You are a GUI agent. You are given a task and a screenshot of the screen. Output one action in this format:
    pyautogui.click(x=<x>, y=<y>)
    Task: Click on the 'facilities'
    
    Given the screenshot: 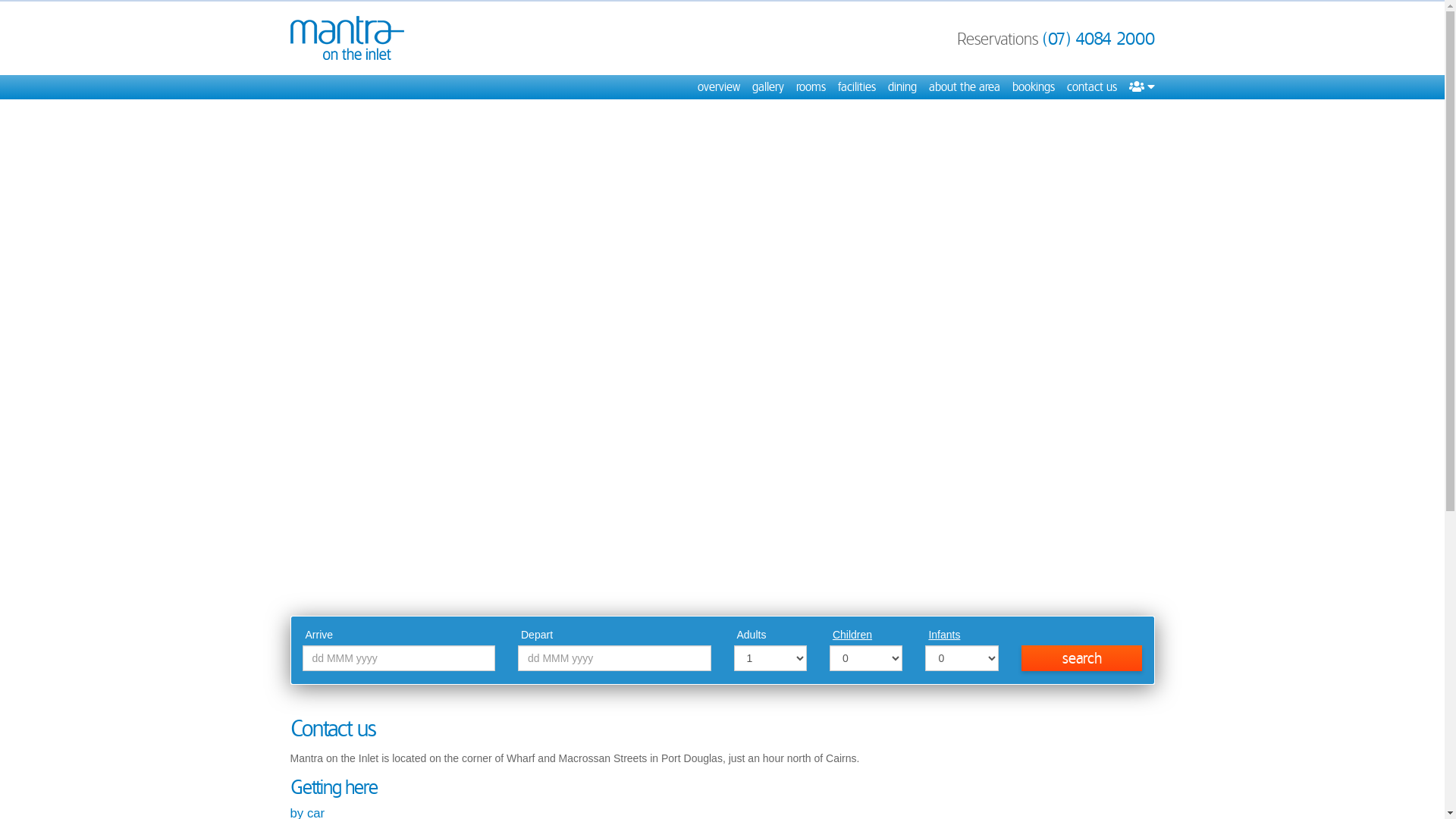 What is the action you would take?
    pyautogui.click(x=855, y=87)
    